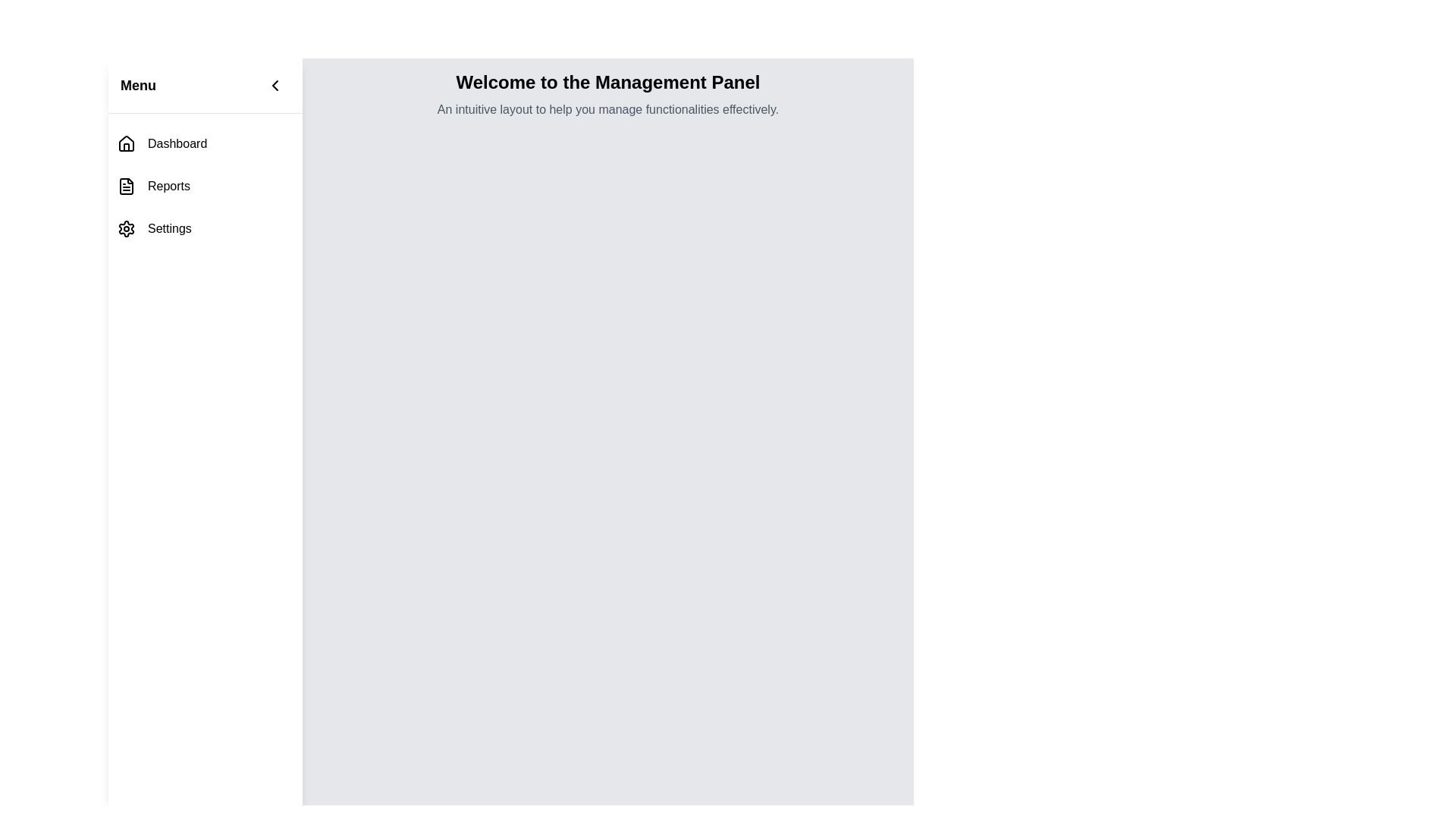  Describe the element at coordinates (127, 186) in the screenshot. I see `the small square icon resembling a file or document with textual lines inside, located to the left of the text 'Reports' in the second item of the vertical navigation menu` at that location.